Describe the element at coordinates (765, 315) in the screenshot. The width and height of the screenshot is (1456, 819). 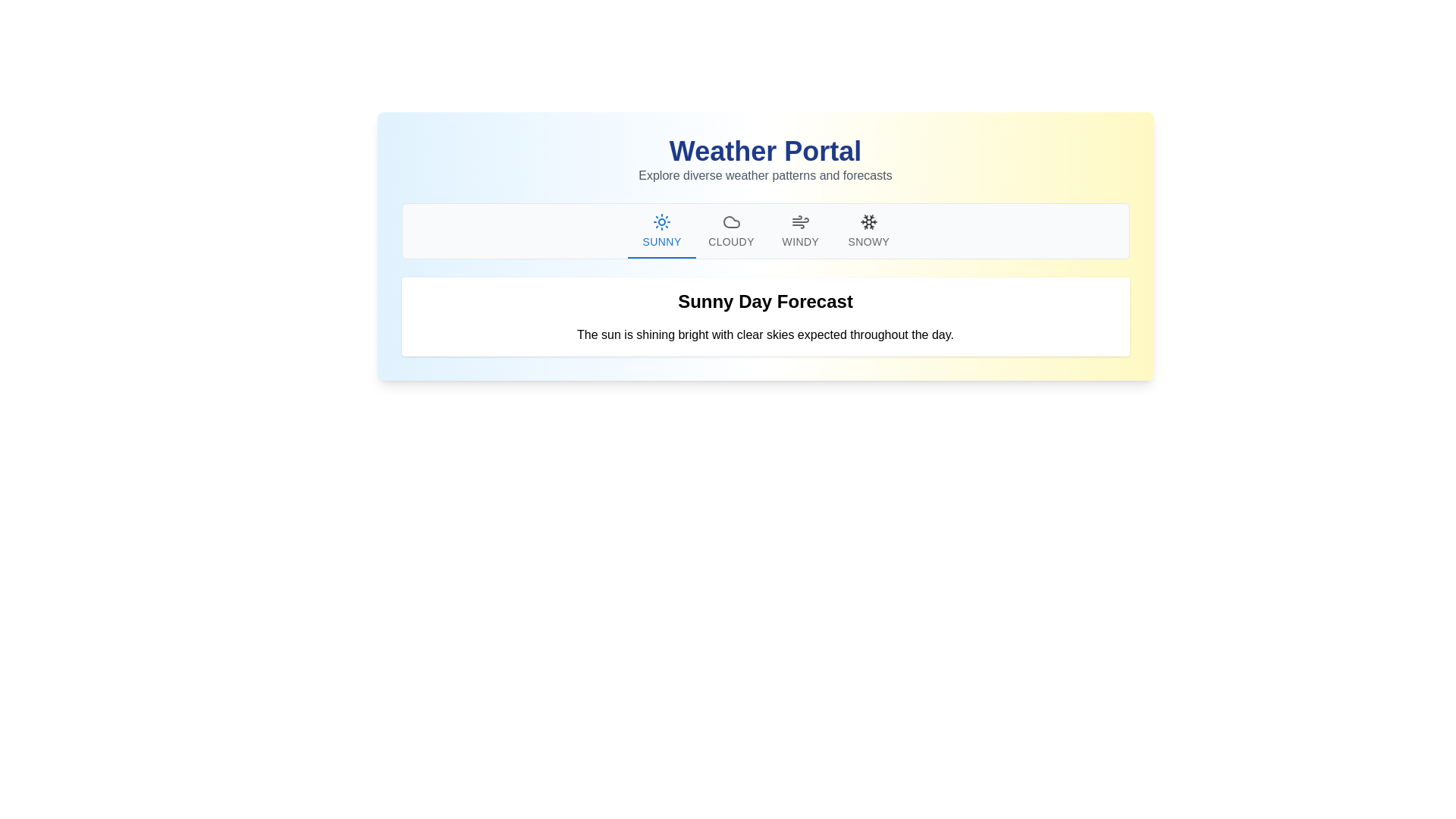
I see `the Information Panel that displays the weather forecast for the 'Sunny' tab, located below the navigation bar` at that location.